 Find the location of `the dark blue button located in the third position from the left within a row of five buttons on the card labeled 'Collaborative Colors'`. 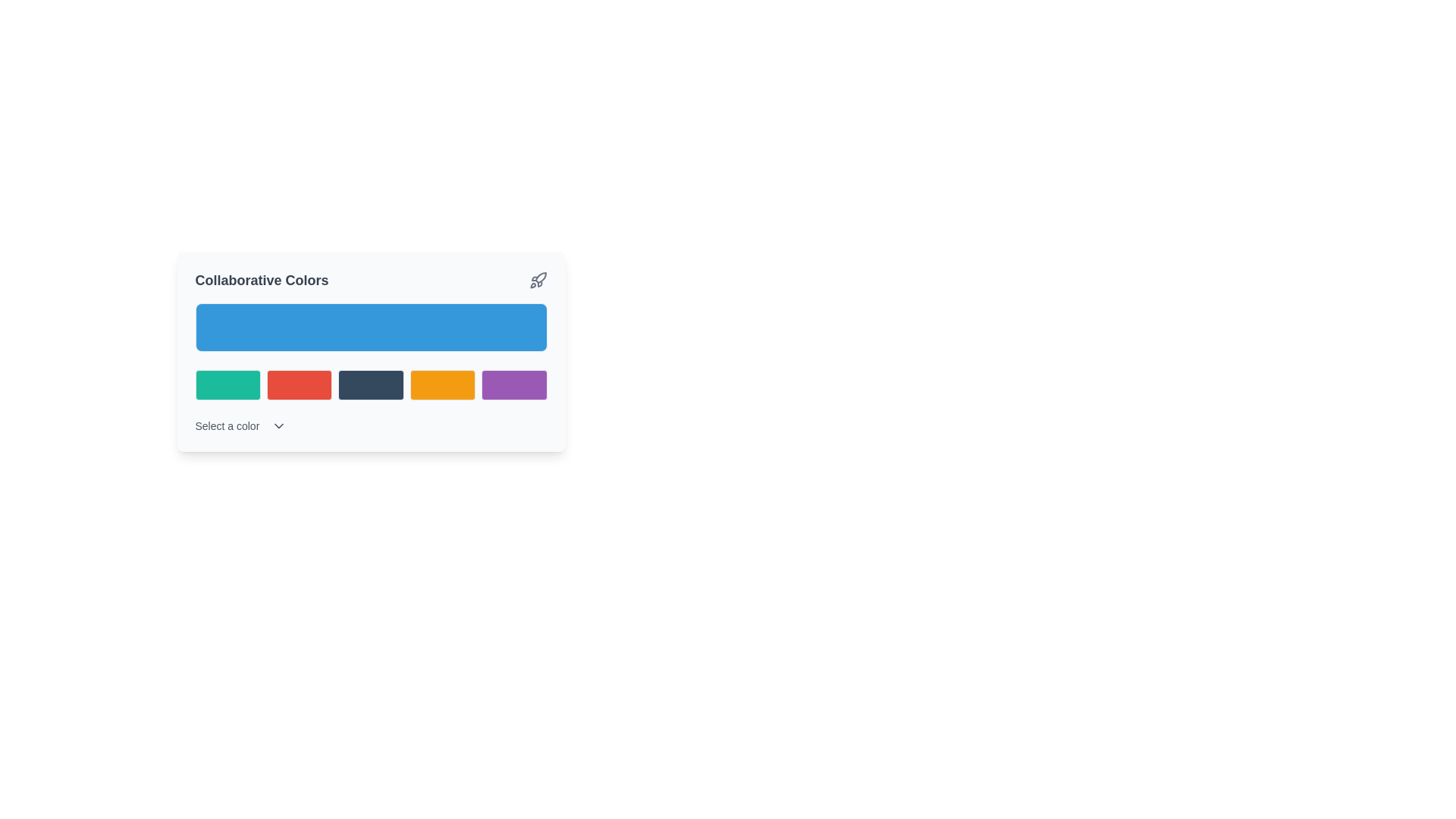

the dark blue button located in the third position from the left within a row of five buttons on the card labeled 'Collaborative Colors' is located at coordinates (371, 384).